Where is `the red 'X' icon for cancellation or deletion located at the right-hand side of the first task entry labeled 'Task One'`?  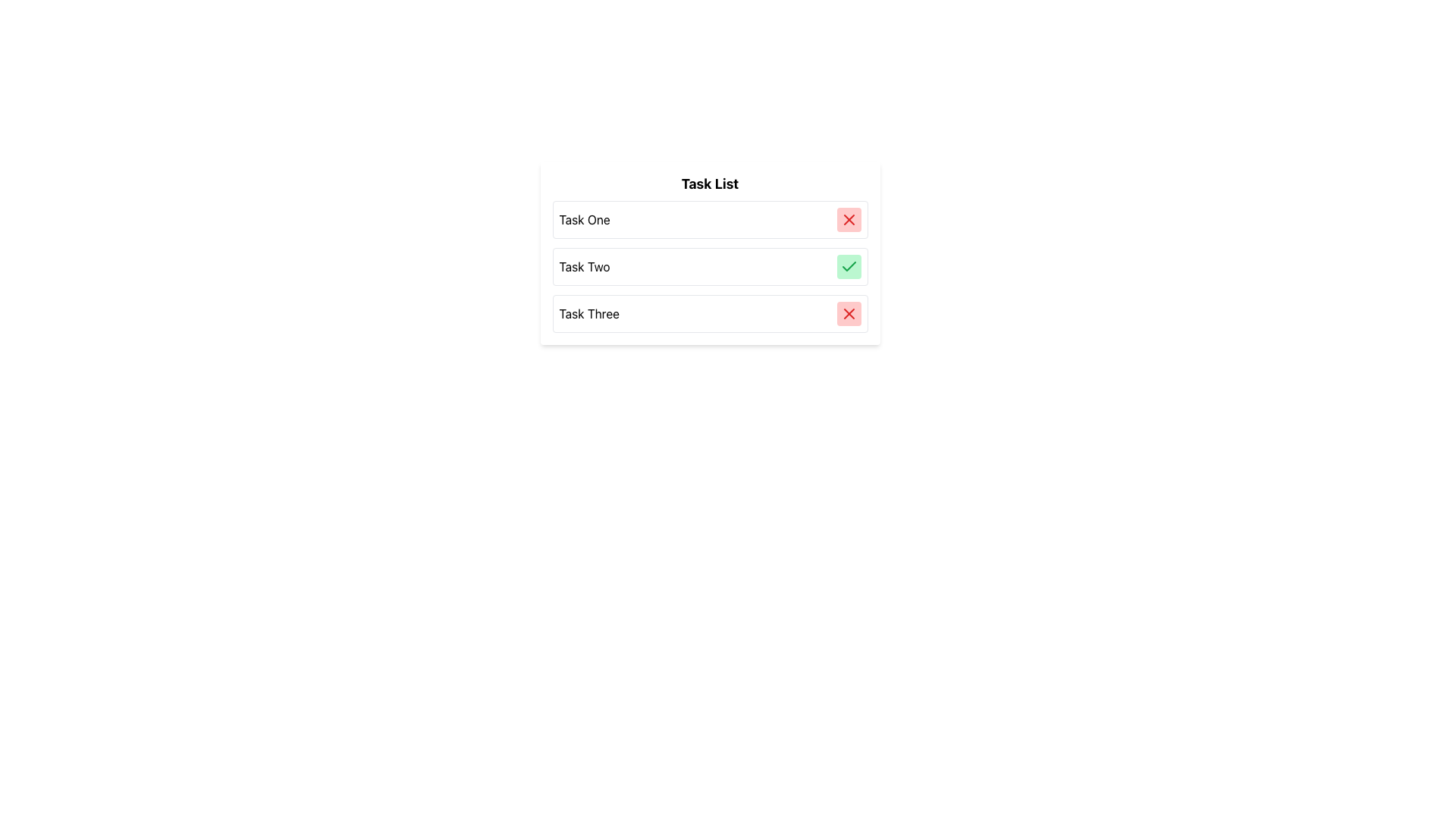 the red 'X' icon for cancellation or deletion located at the right-hand side of the first task entry labeled 'Task One' is located at coordinates (848, 219).